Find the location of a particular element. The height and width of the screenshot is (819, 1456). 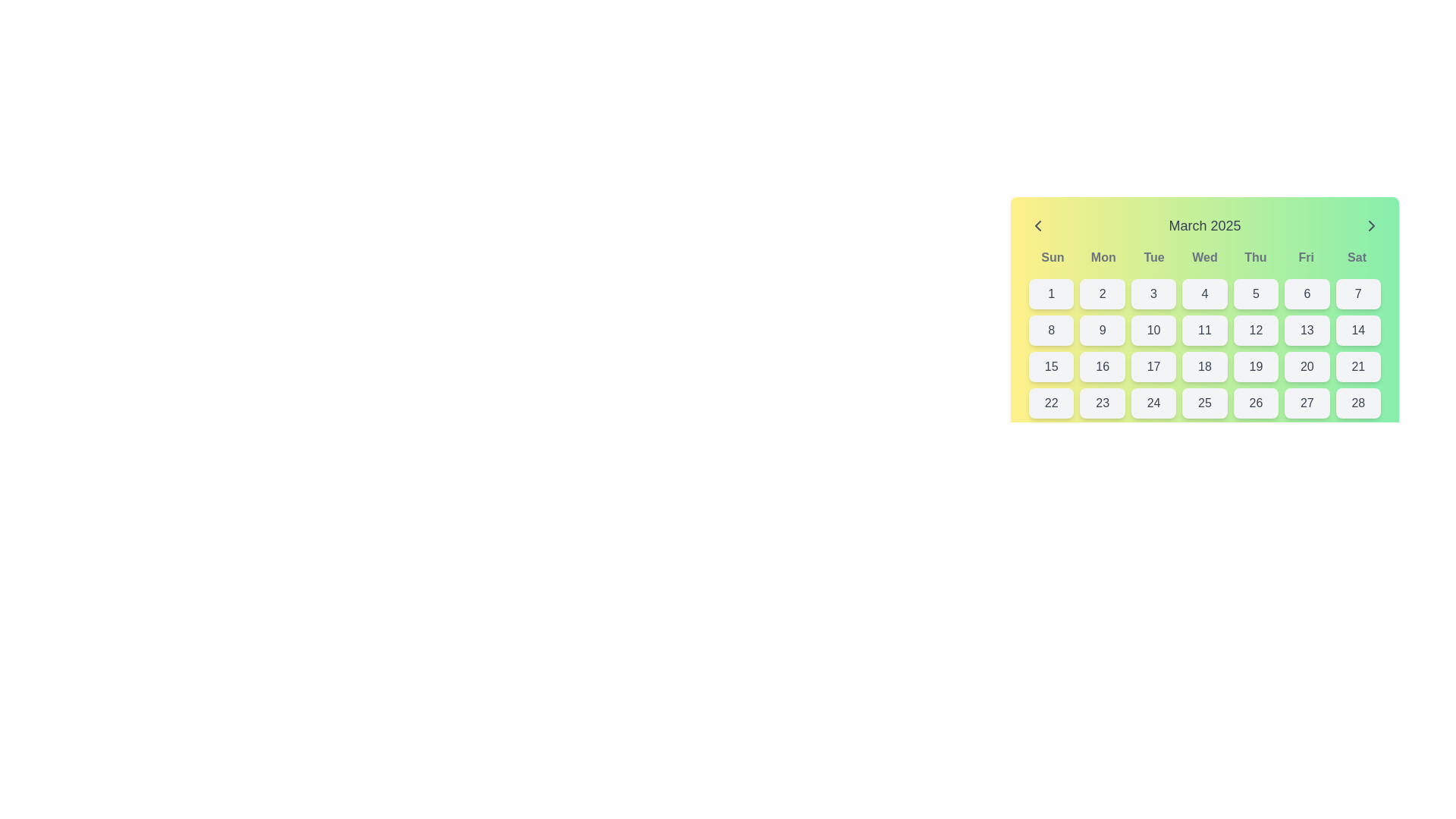

the button representing the first day of the month in the calendar interface is located at coordinates (1050, 294).